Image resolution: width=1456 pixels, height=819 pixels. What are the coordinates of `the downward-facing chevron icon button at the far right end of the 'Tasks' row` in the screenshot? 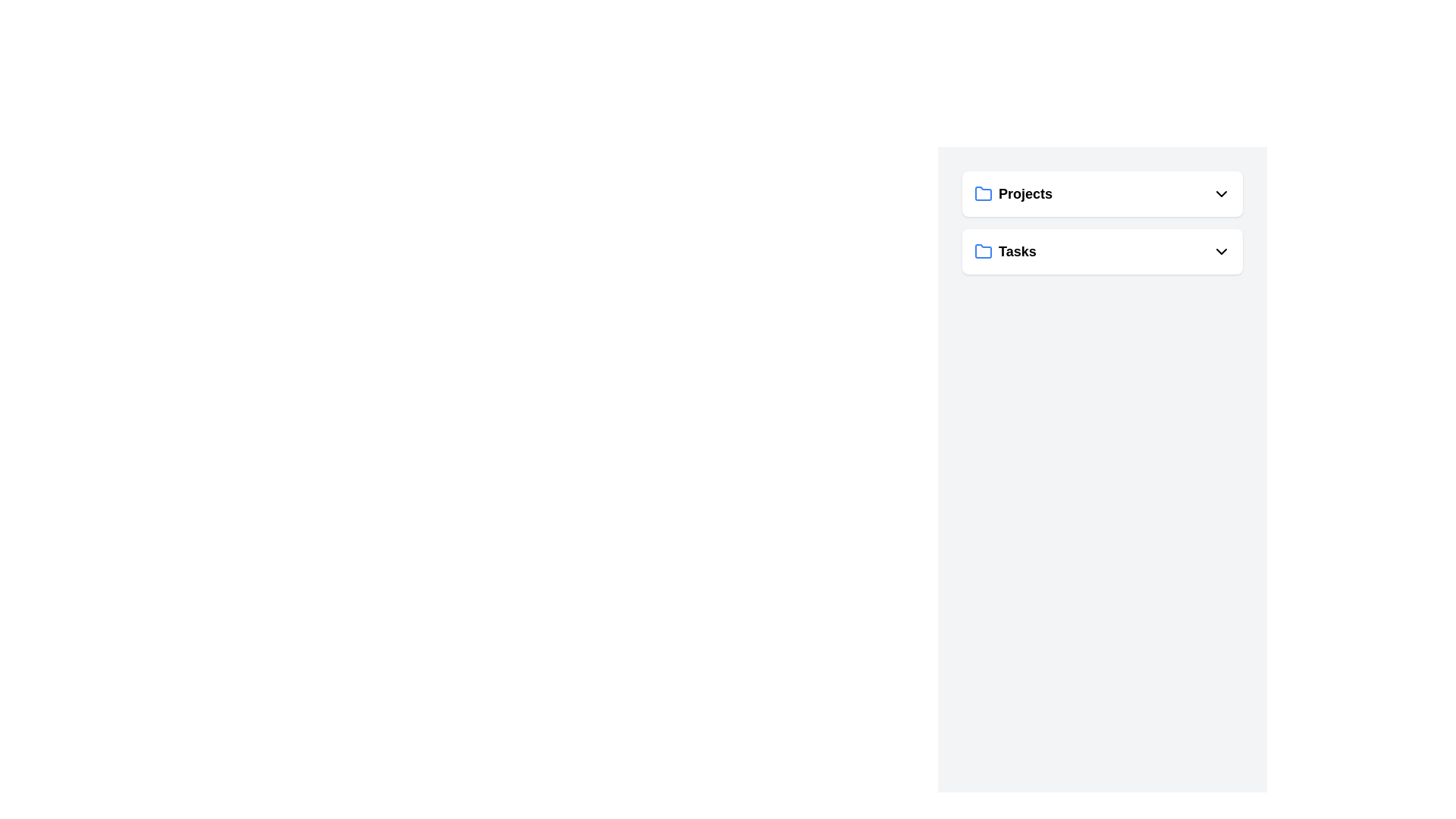 It's located at (1222, 250).